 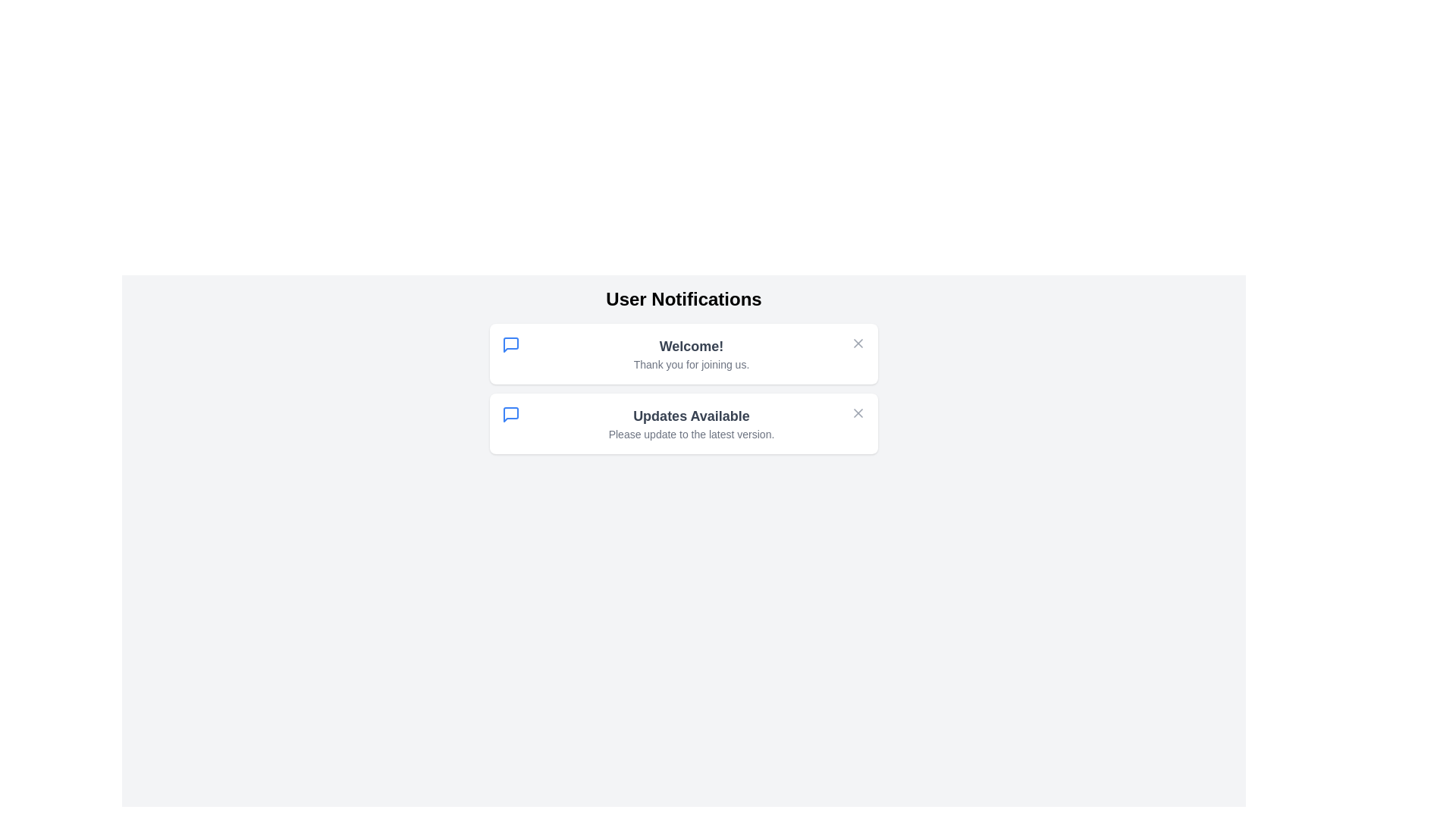 What do you see at coordinates (691, 365) in the screenshot?
I see `the text label that says 'Thank you for joining us.' which is displayed in a muted gray font, located directly below the 'Welcome!' text in a notification card` at bounding box center [691, 365].